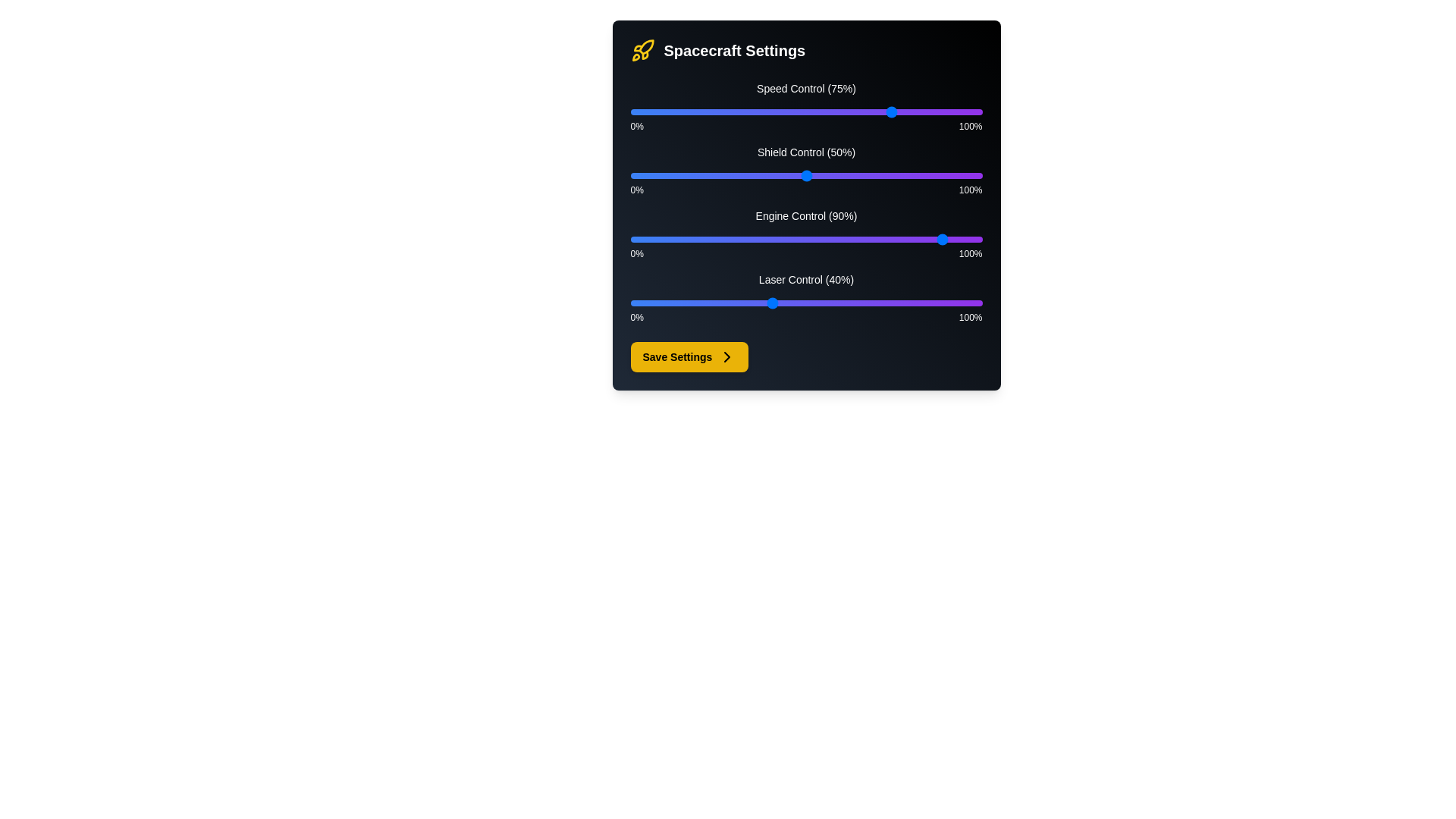 This screenshot has width=1456, height=819. I want to click on 'Save Settings' button to save the current settings, so click(689, 356).